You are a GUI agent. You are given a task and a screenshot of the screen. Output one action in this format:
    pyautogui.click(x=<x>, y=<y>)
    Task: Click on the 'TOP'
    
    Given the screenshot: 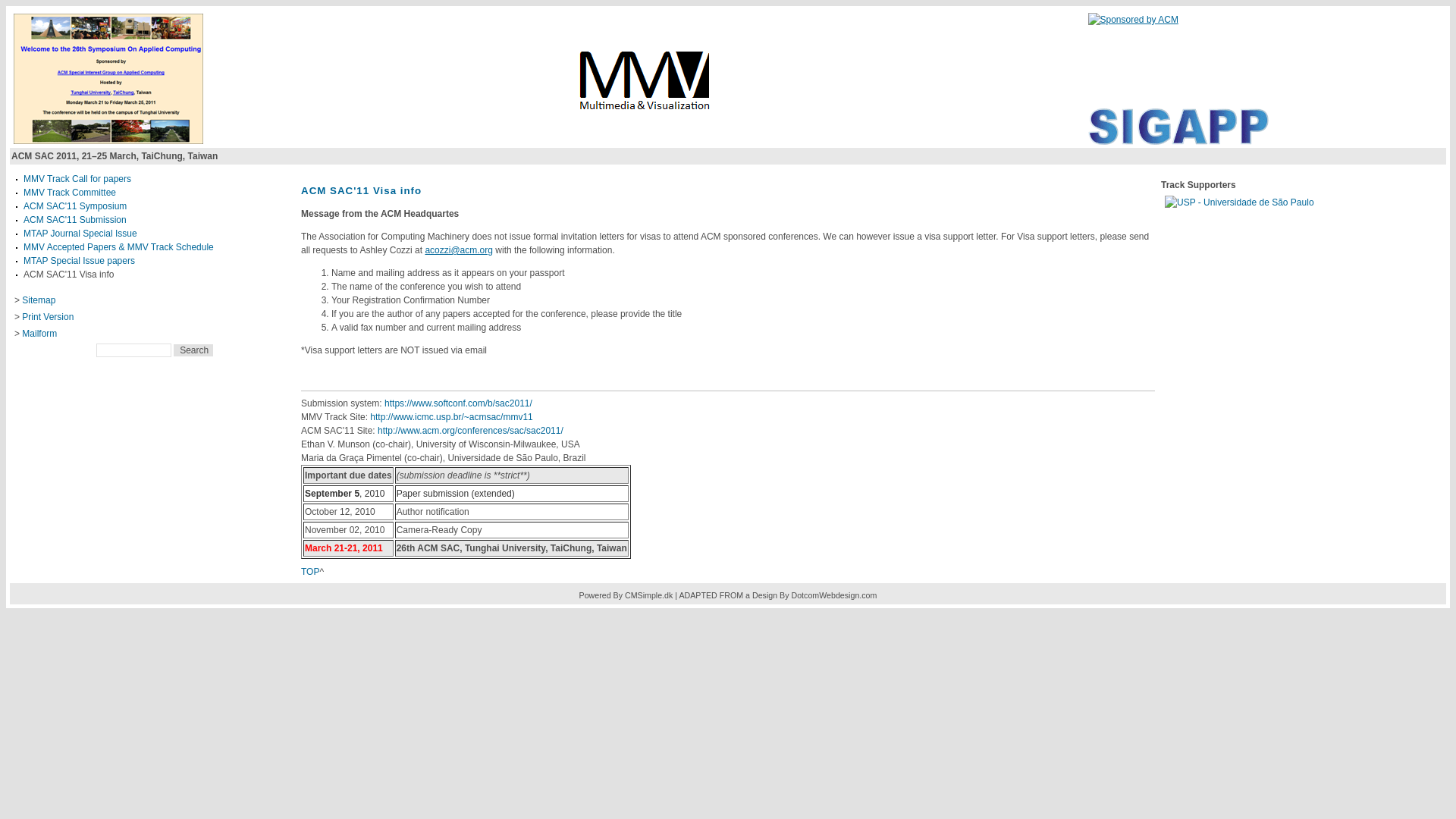 What is the action you would take?
    pyautogui.click(x=309, y=571)
    